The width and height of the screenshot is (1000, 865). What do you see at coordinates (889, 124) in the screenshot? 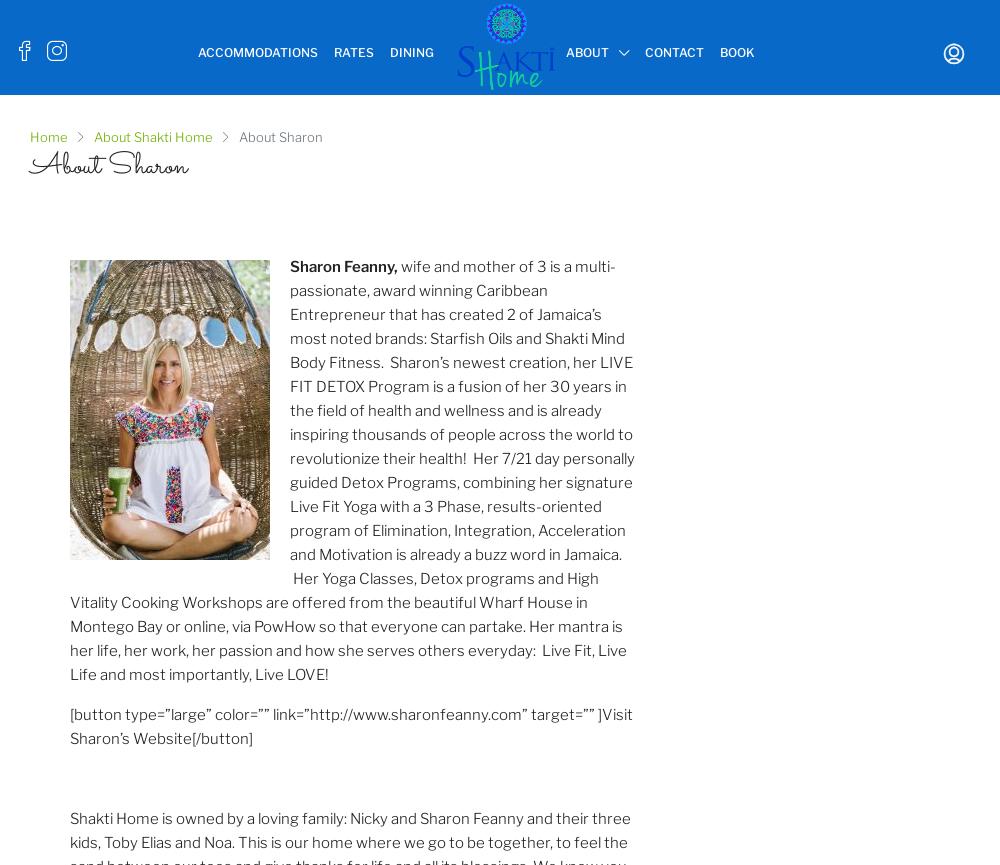
I see `'Favorites'` at bounding box center [889, 124].